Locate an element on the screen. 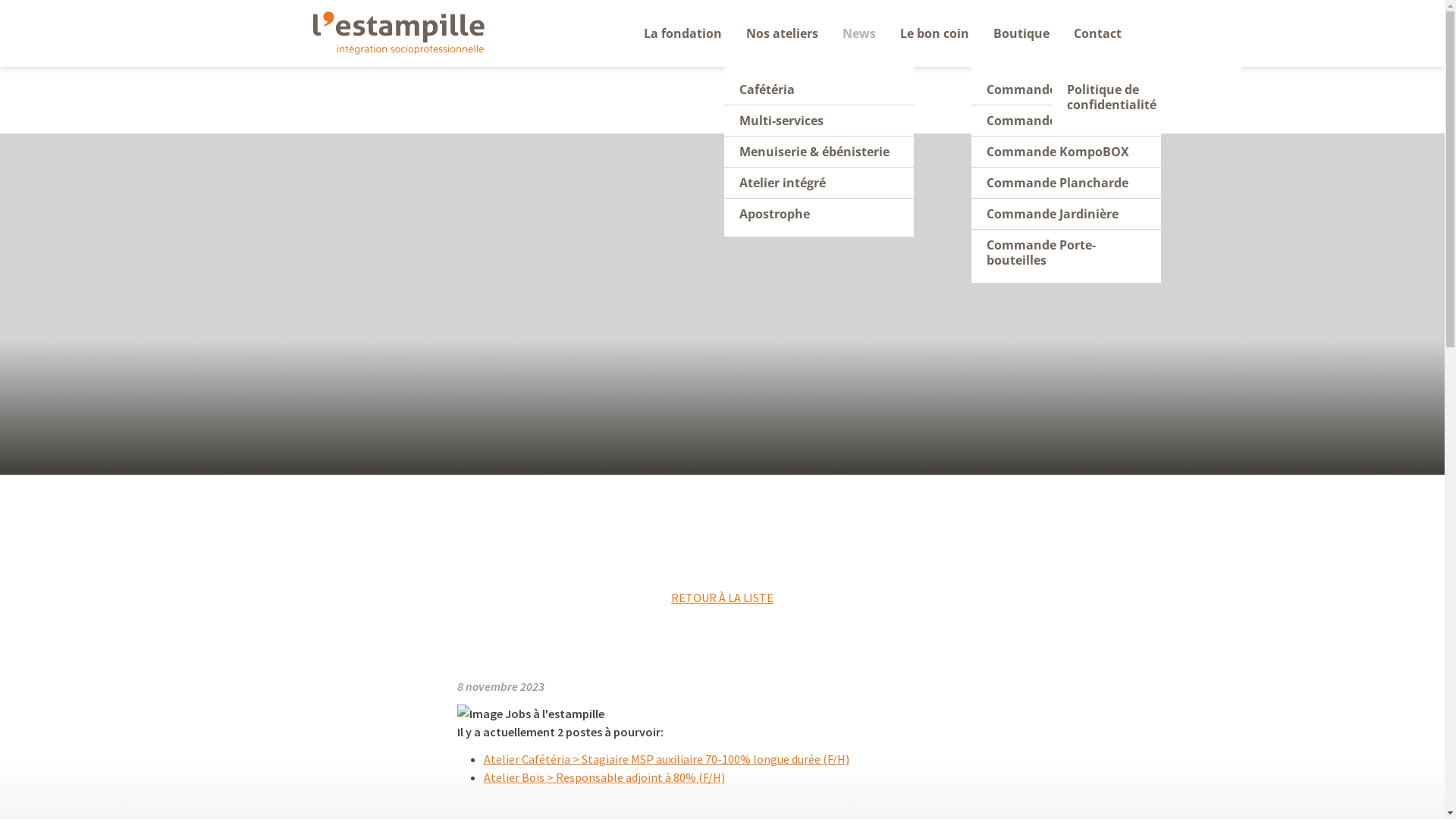  'Commande Porte-bouteilles' is located at coordinates (971, 251).